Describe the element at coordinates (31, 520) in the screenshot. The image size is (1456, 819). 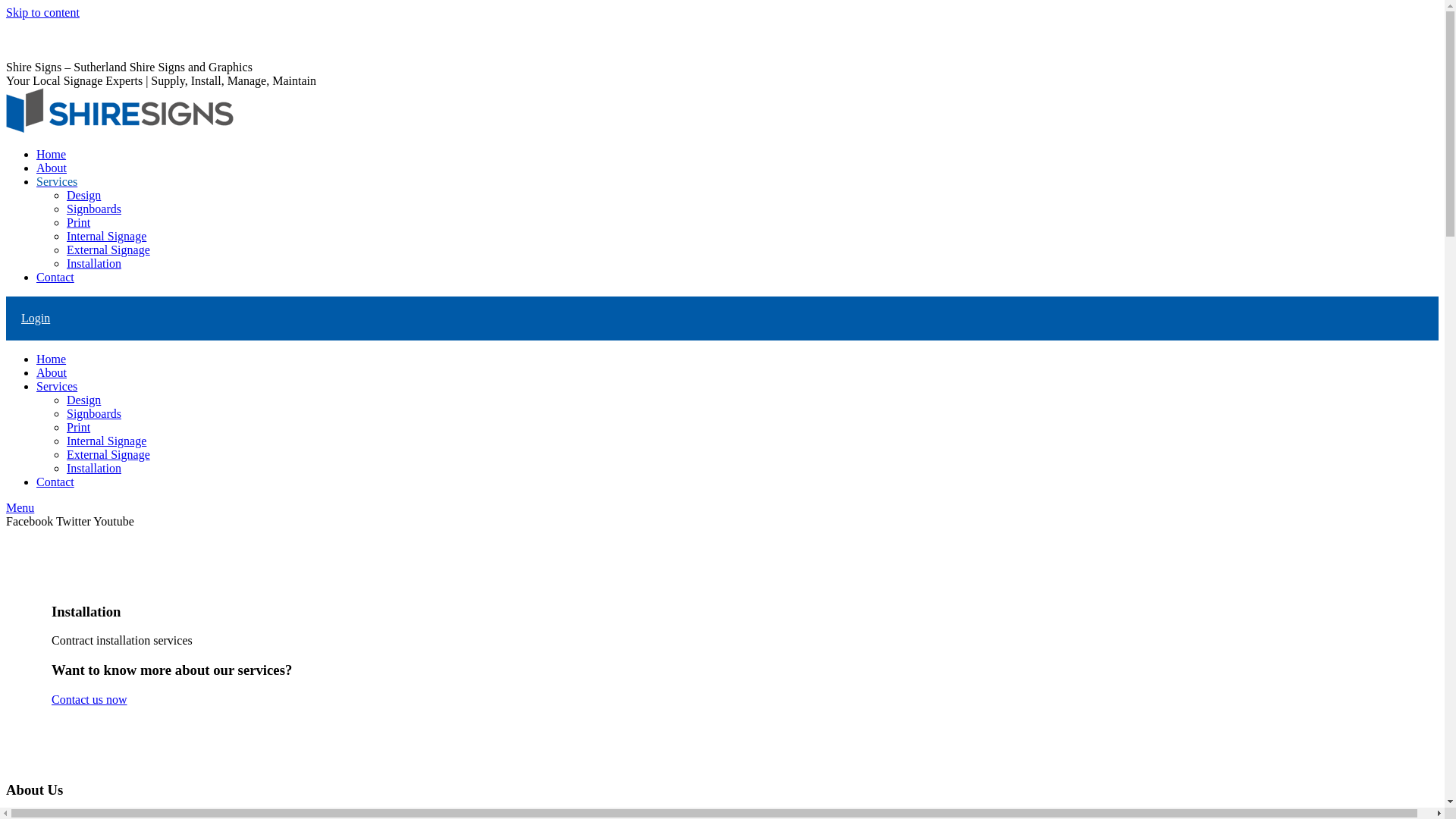
I see `'Facebook'` at that location.